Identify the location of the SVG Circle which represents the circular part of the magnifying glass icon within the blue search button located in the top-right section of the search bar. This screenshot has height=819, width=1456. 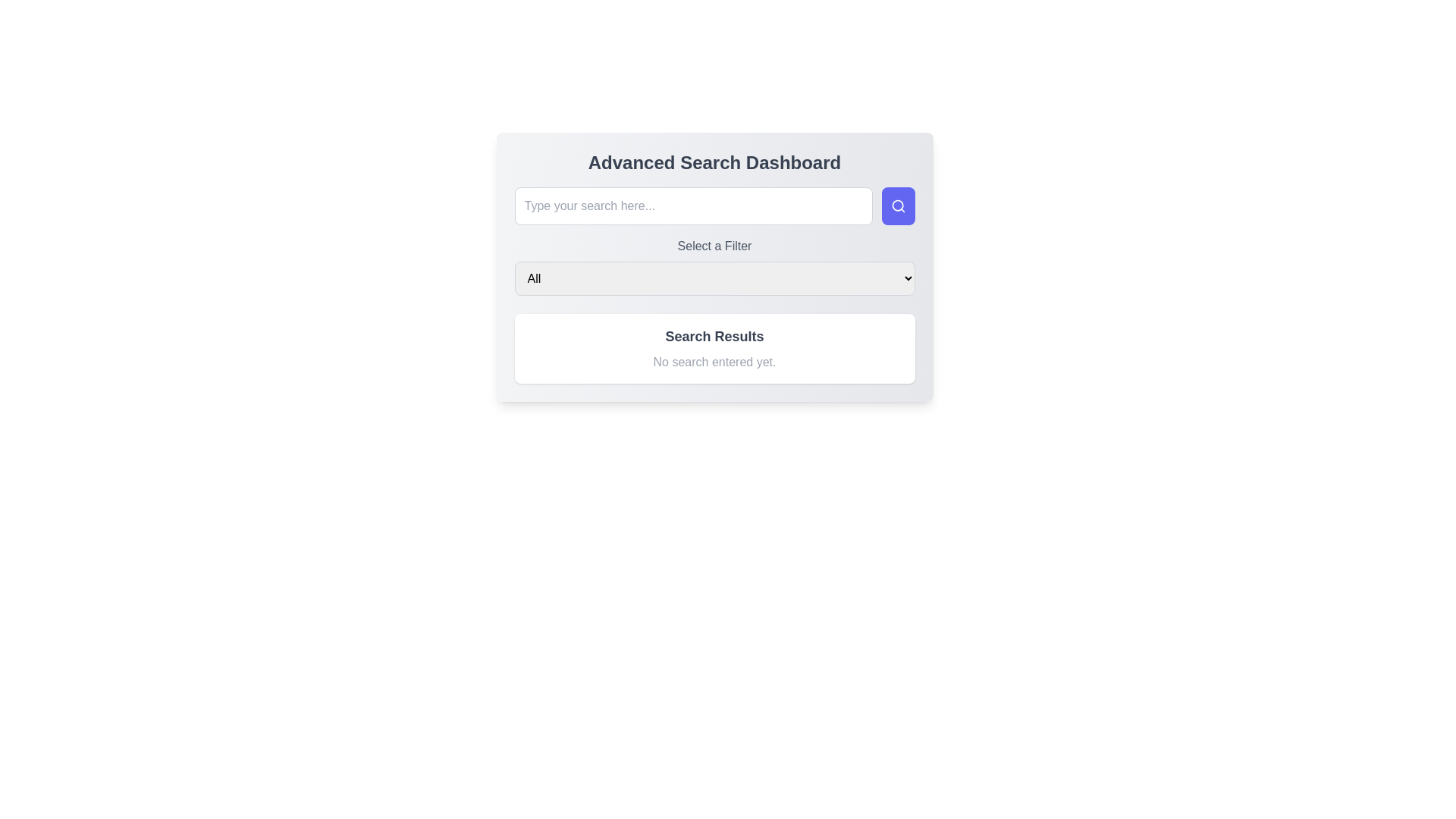
(897, 206).